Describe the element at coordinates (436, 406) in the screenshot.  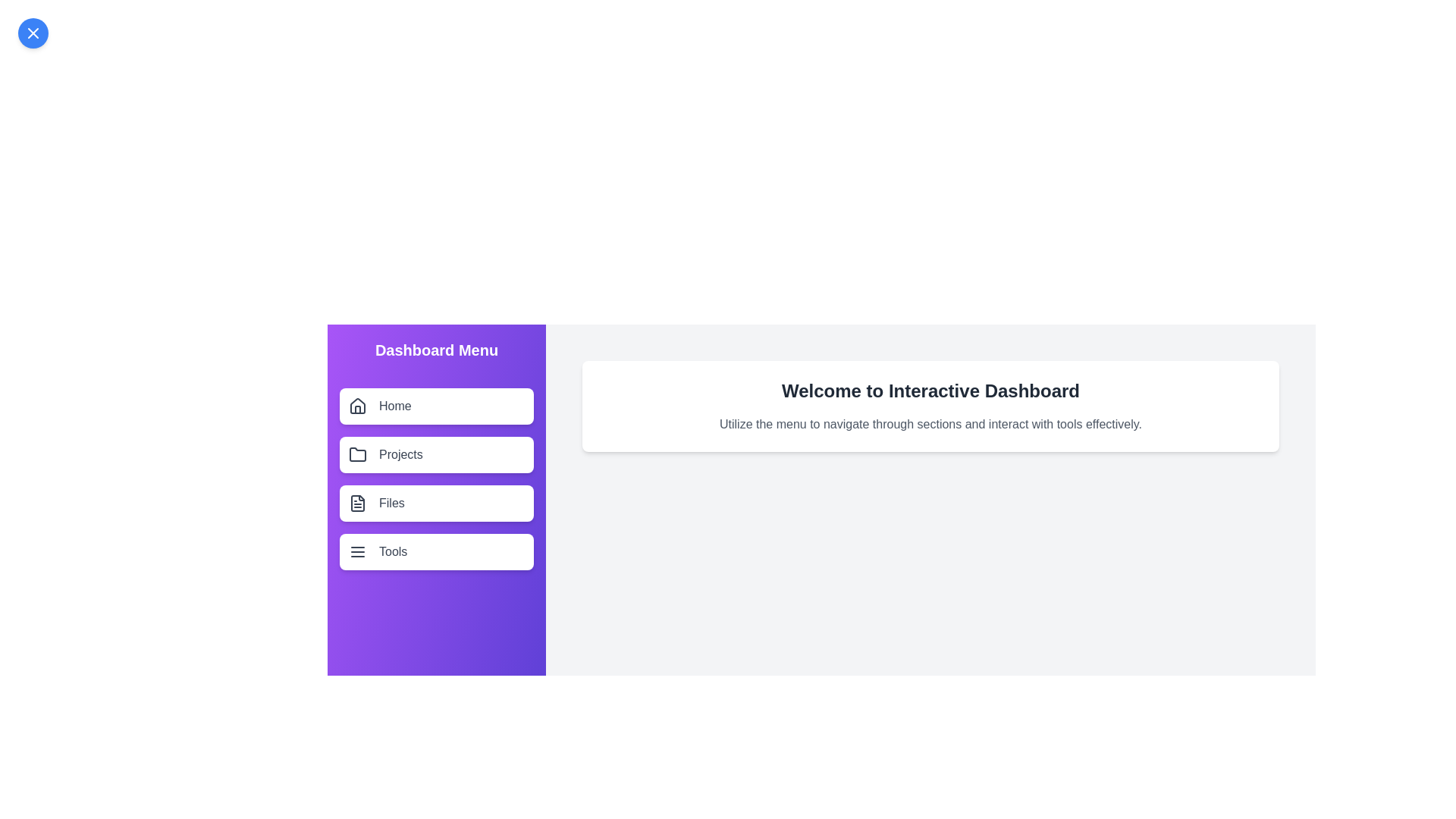
I see `the menu item labeled Home to navigate to its corresponding section` at that location.